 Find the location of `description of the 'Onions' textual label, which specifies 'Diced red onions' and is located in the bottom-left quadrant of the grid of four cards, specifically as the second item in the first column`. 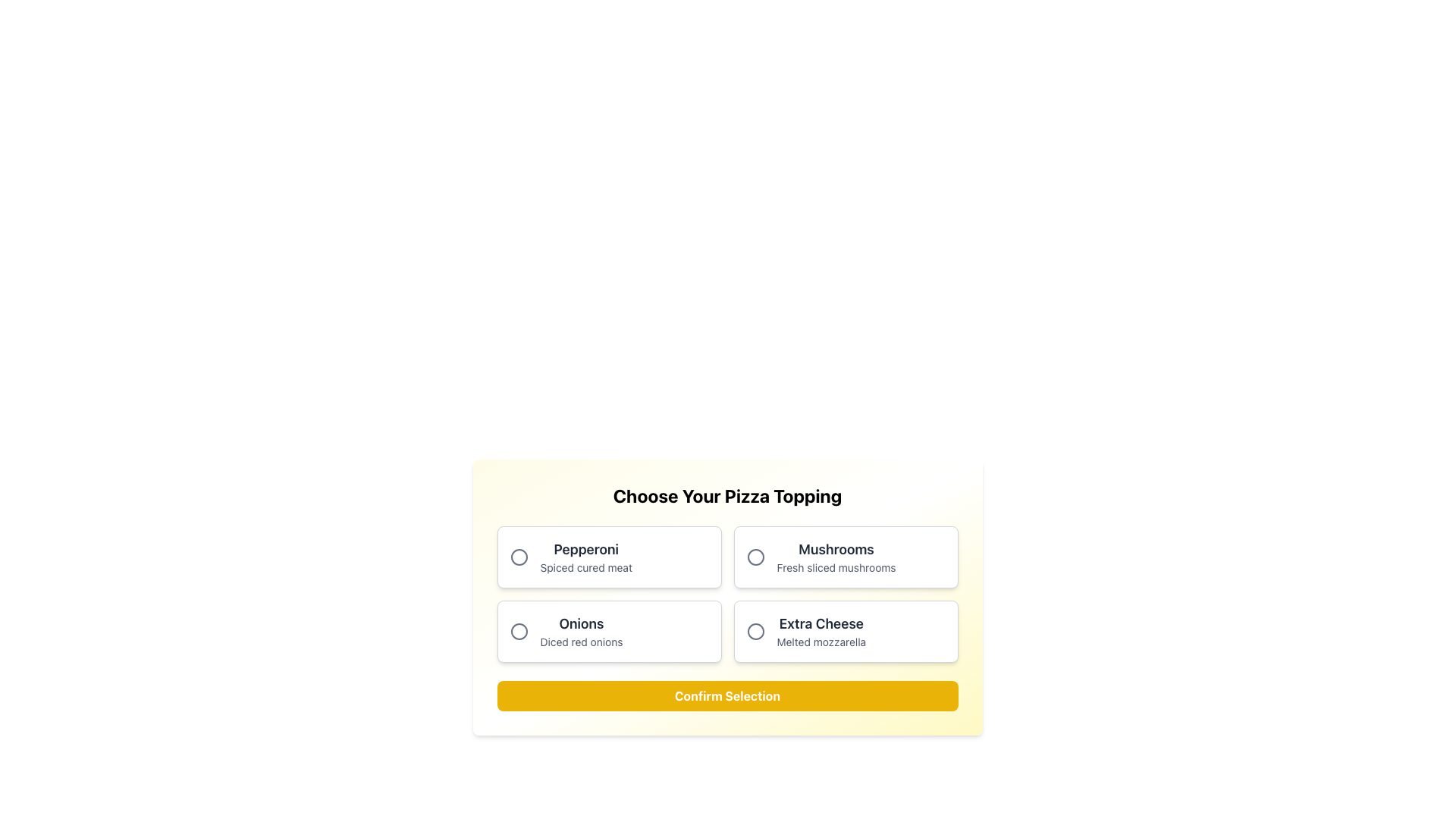

description of the 'Onions' textual label, which specifies 'Diced red onions' and is located in the bottom-left quadrant of the grid of four cards, specifically as the second item in the first column is located at coordinates (581, 632).